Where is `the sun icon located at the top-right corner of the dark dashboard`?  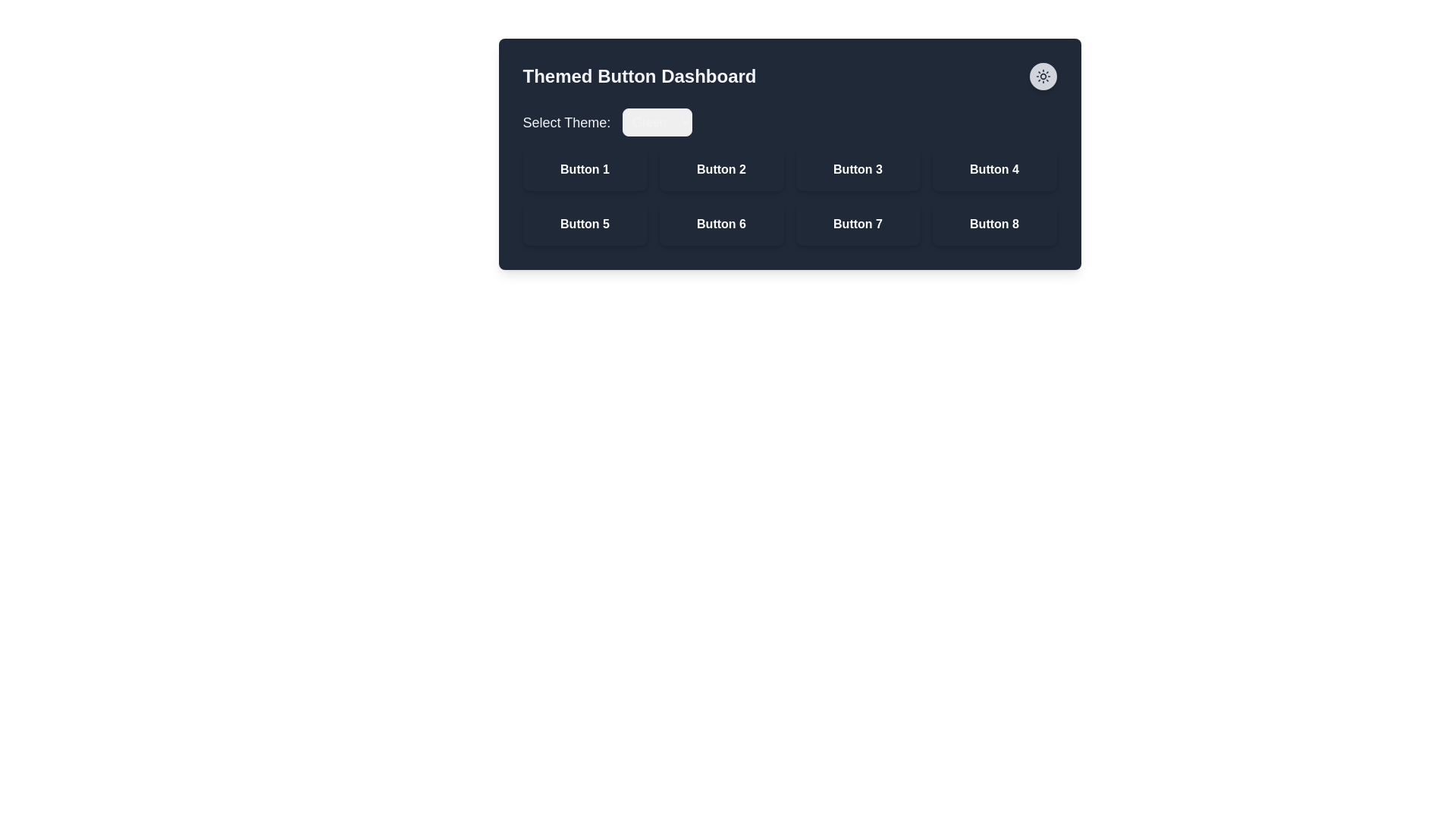
the sun icon located at the top-right corner of the dark dashboard is located at coordinates (1042, 76).